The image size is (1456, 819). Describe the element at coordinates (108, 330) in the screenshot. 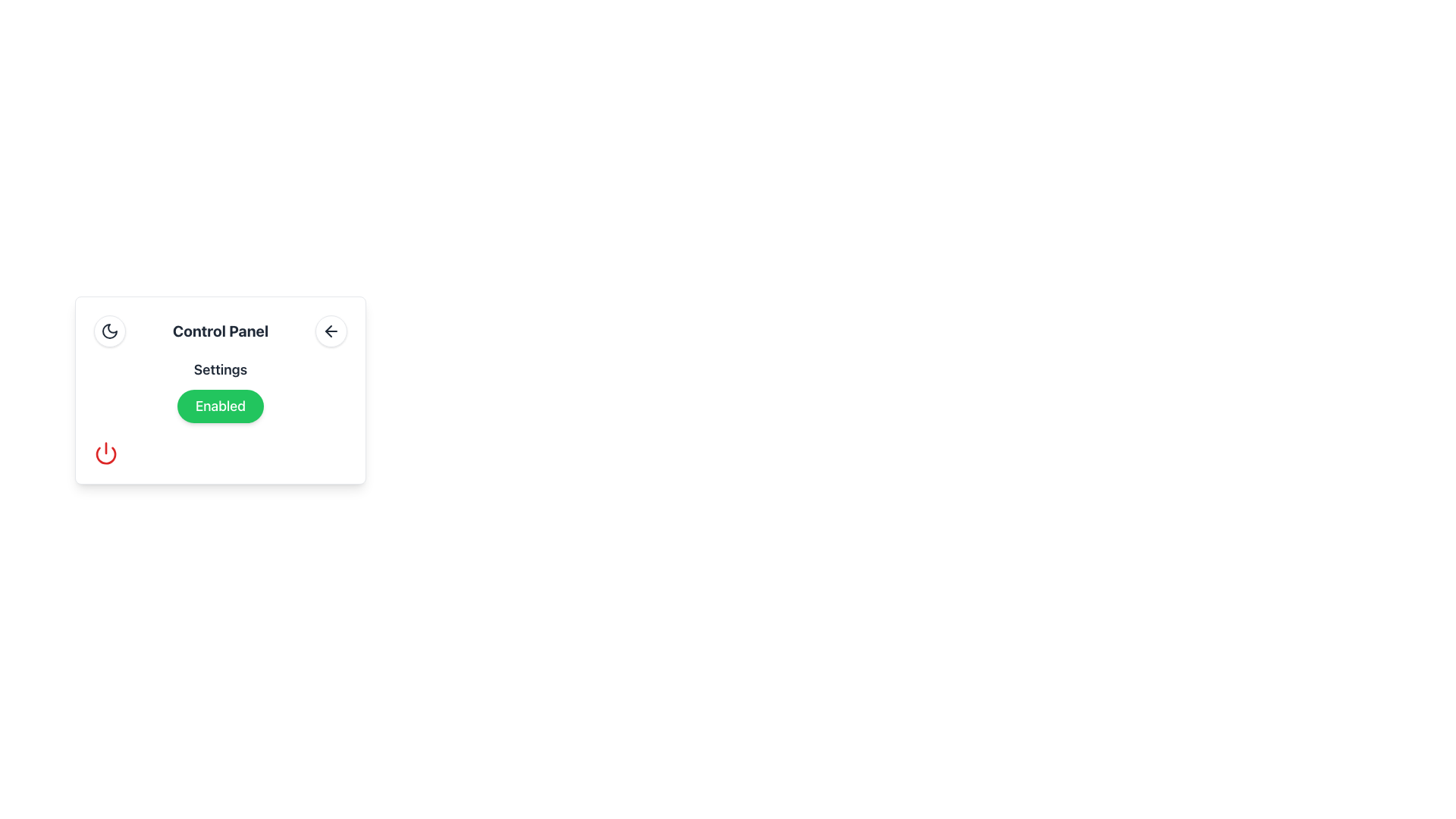

I see `the theme toggle icon represented by the 'lucide lucide-moon' SVG element located in the top right corner of the card component` at that location.